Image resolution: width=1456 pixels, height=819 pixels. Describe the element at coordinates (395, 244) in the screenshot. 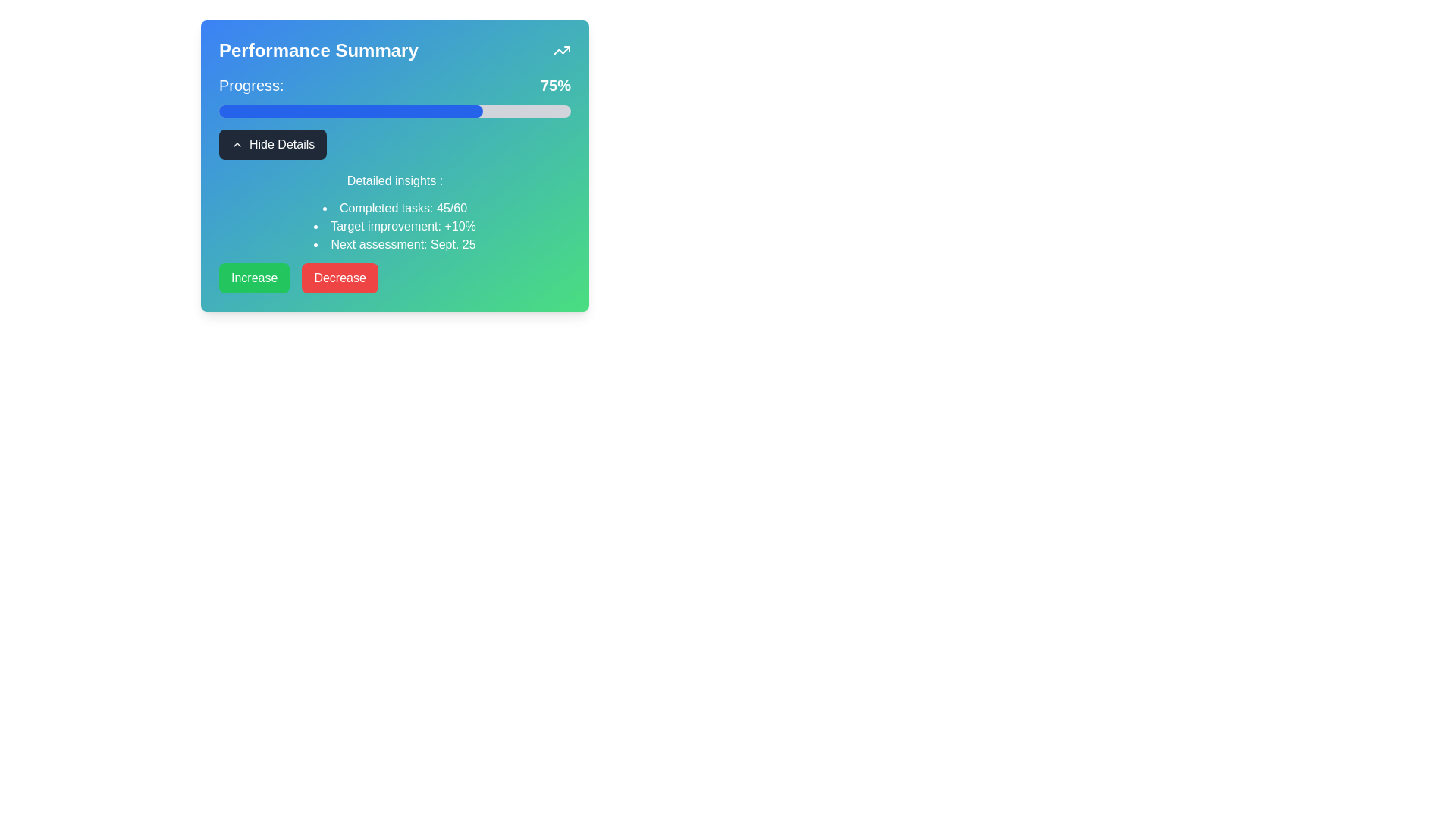

I see `the informative text label indicating the date of the next assessment, which is the third item in the bullet-point list under 'Detailed insights'` at that location.